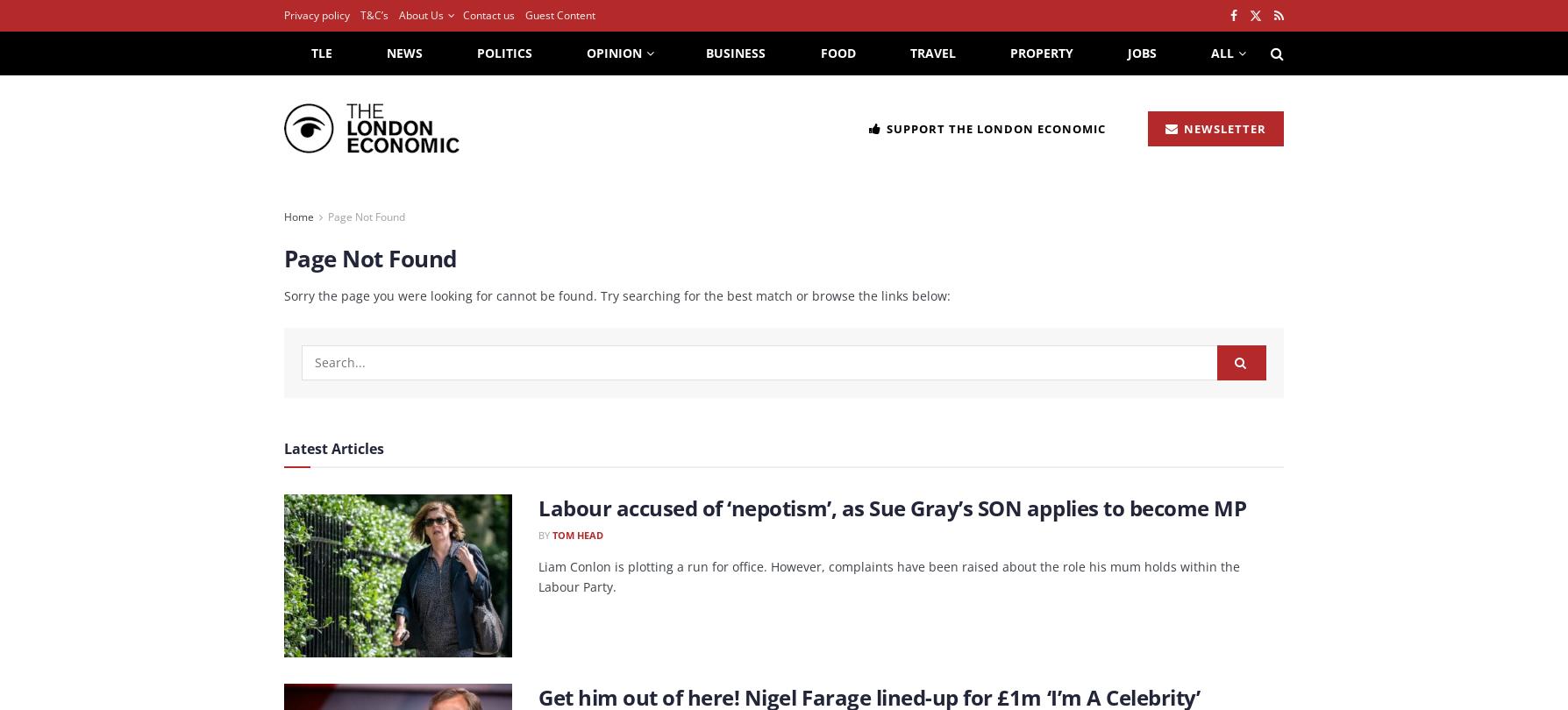 The image size is (1568, 710). I want to click on 'by', so click(544, 533).